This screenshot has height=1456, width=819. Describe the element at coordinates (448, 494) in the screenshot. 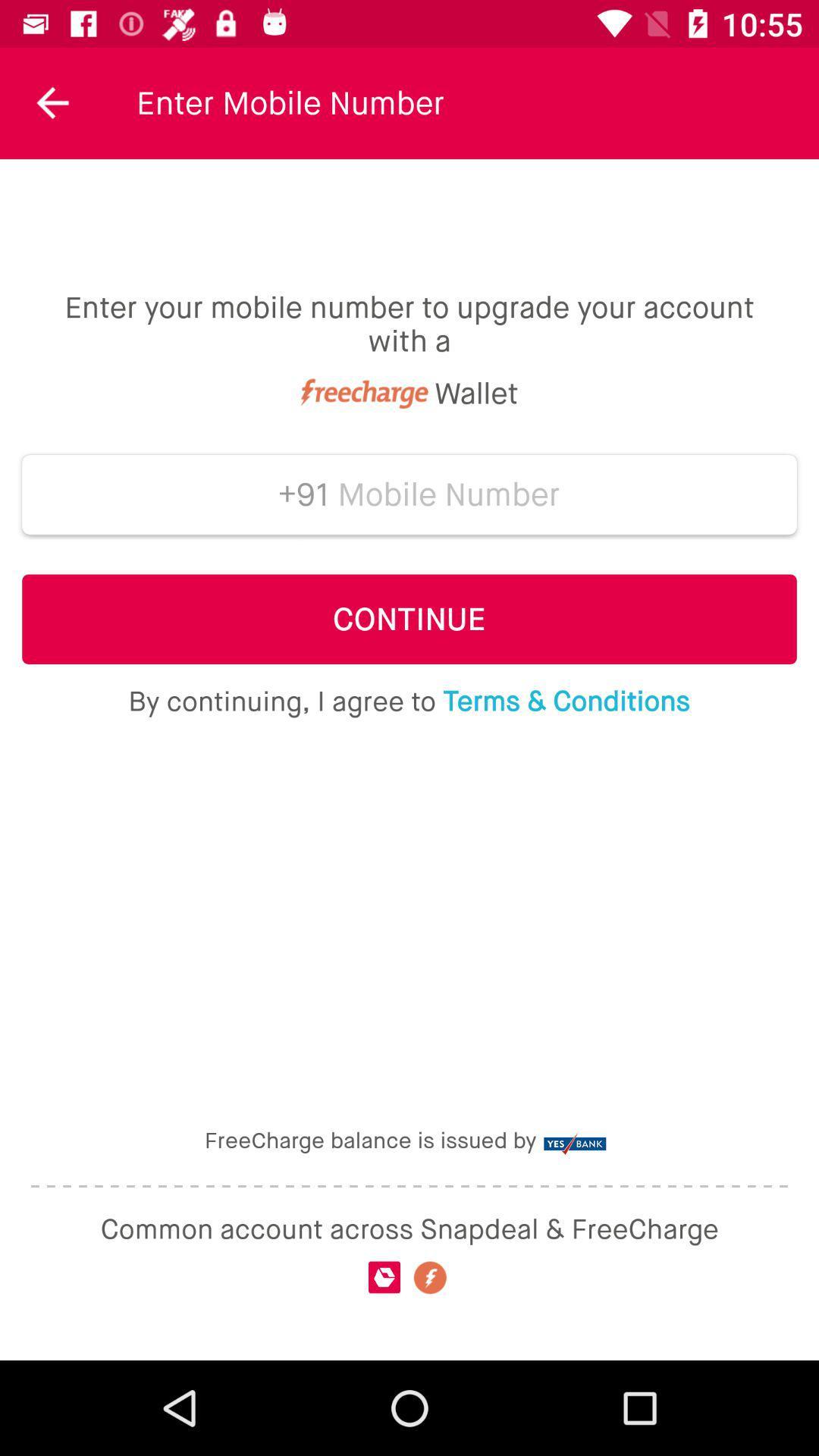

I see `the text field beside 91` at that location.